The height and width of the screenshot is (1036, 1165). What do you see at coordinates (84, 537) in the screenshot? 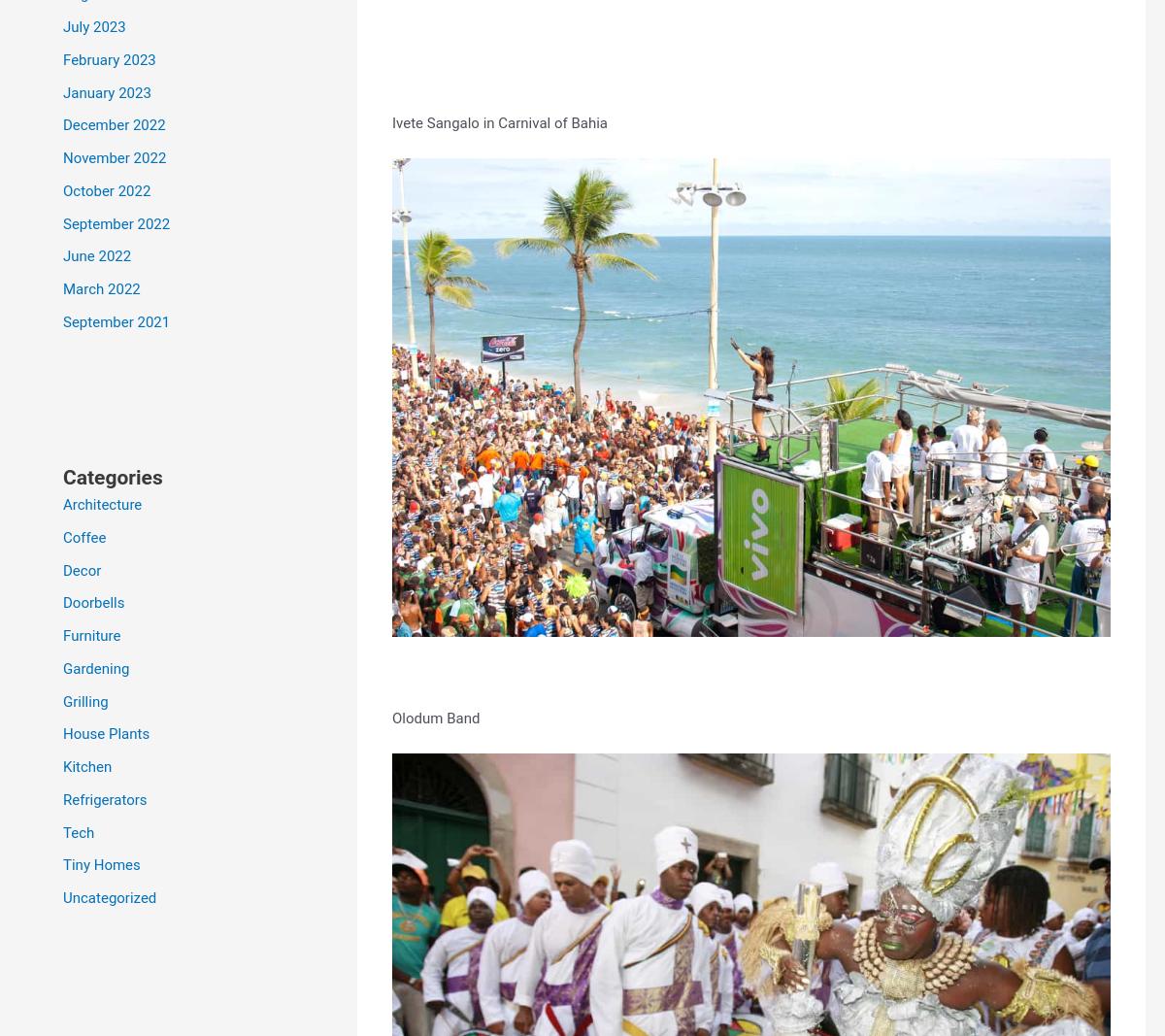
I see `'Coffee'` at bounding box center [84, 537].